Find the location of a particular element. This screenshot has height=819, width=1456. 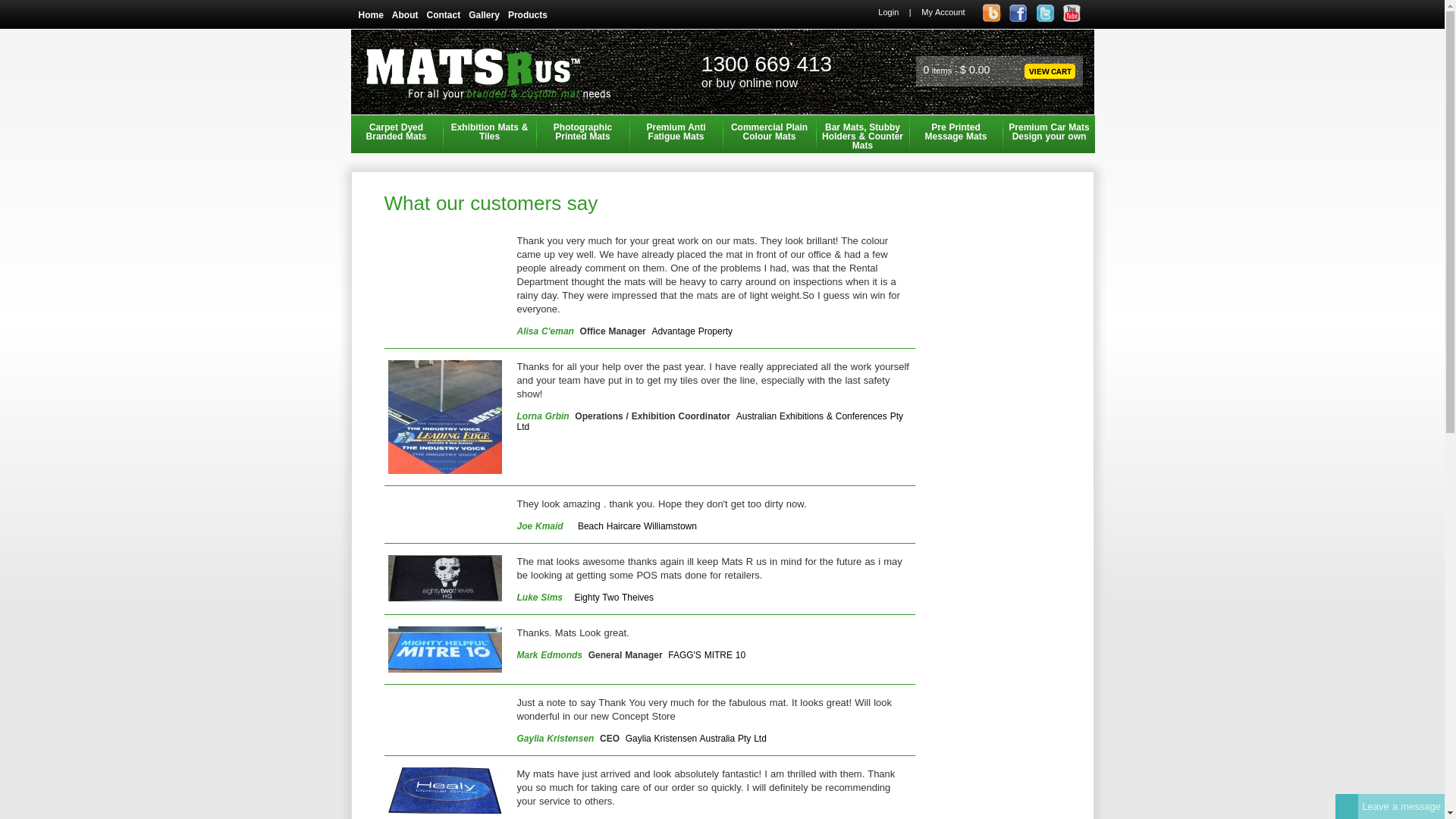

'MatsRus Blog' is located at coordinates (992, 13).